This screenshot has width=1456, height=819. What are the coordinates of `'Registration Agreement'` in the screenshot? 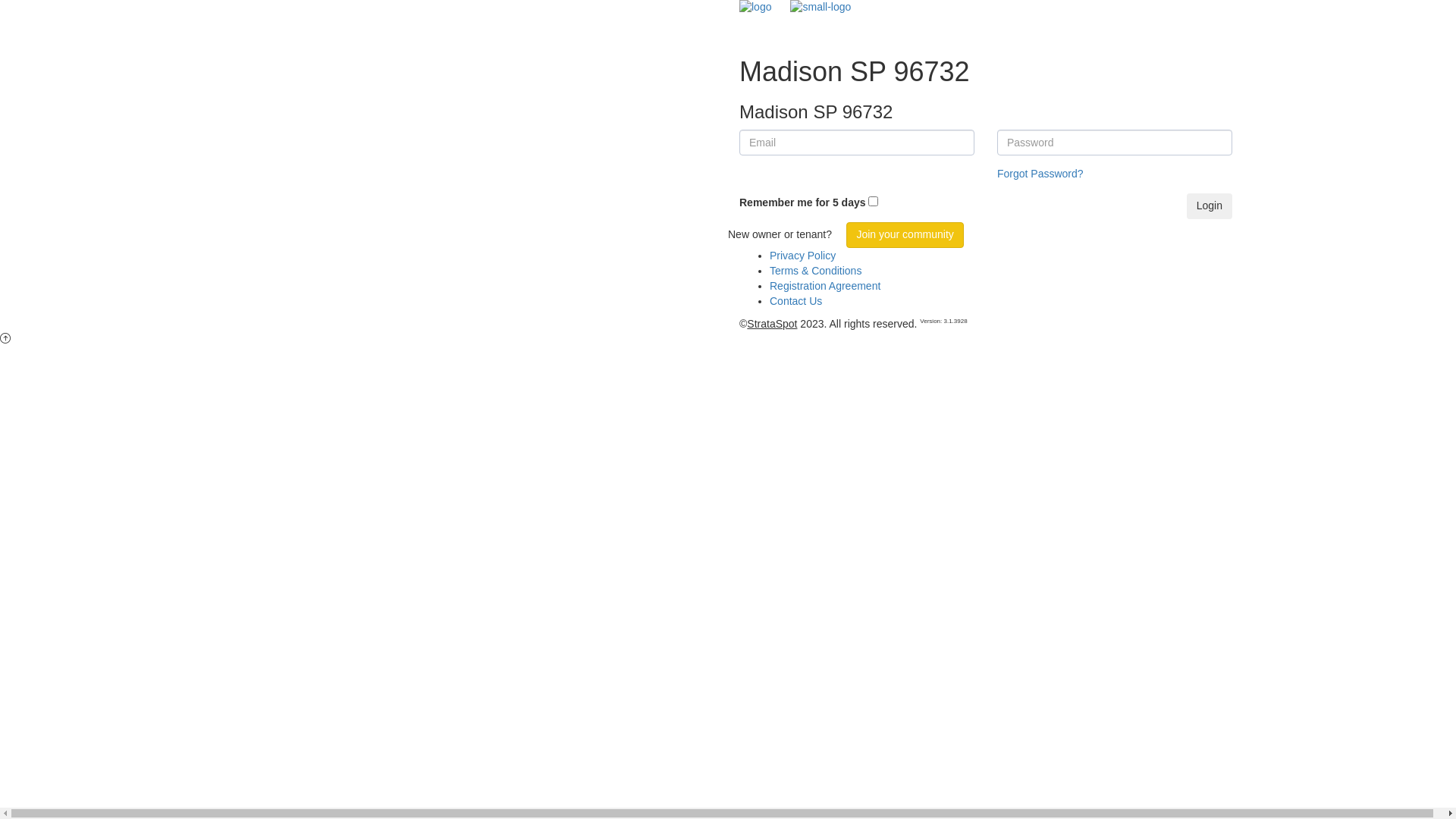 It's located at (824, 286).